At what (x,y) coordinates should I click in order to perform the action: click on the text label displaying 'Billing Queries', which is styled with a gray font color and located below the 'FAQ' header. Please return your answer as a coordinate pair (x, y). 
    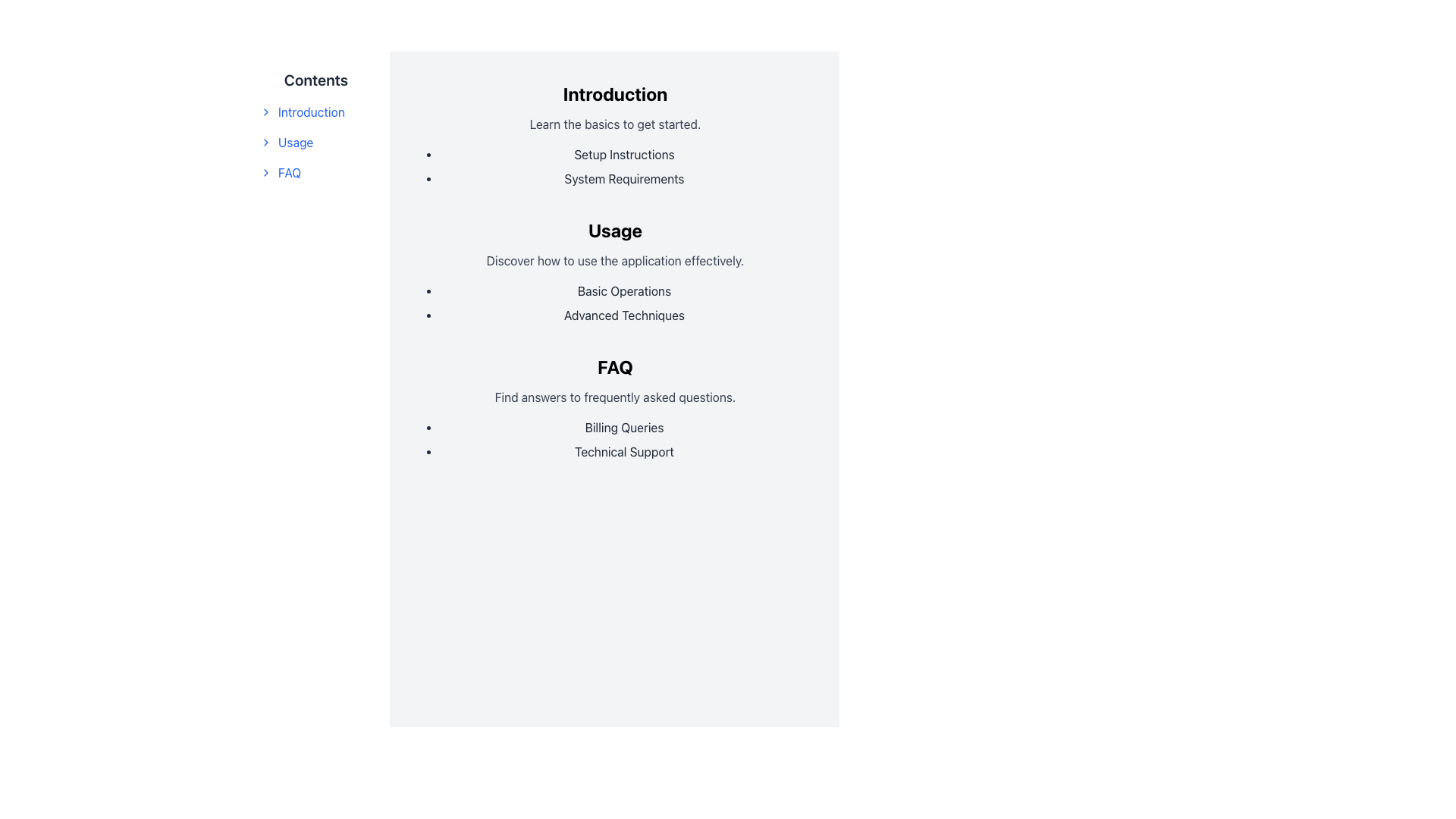
    Looking at the image, I should click on (624, 427).